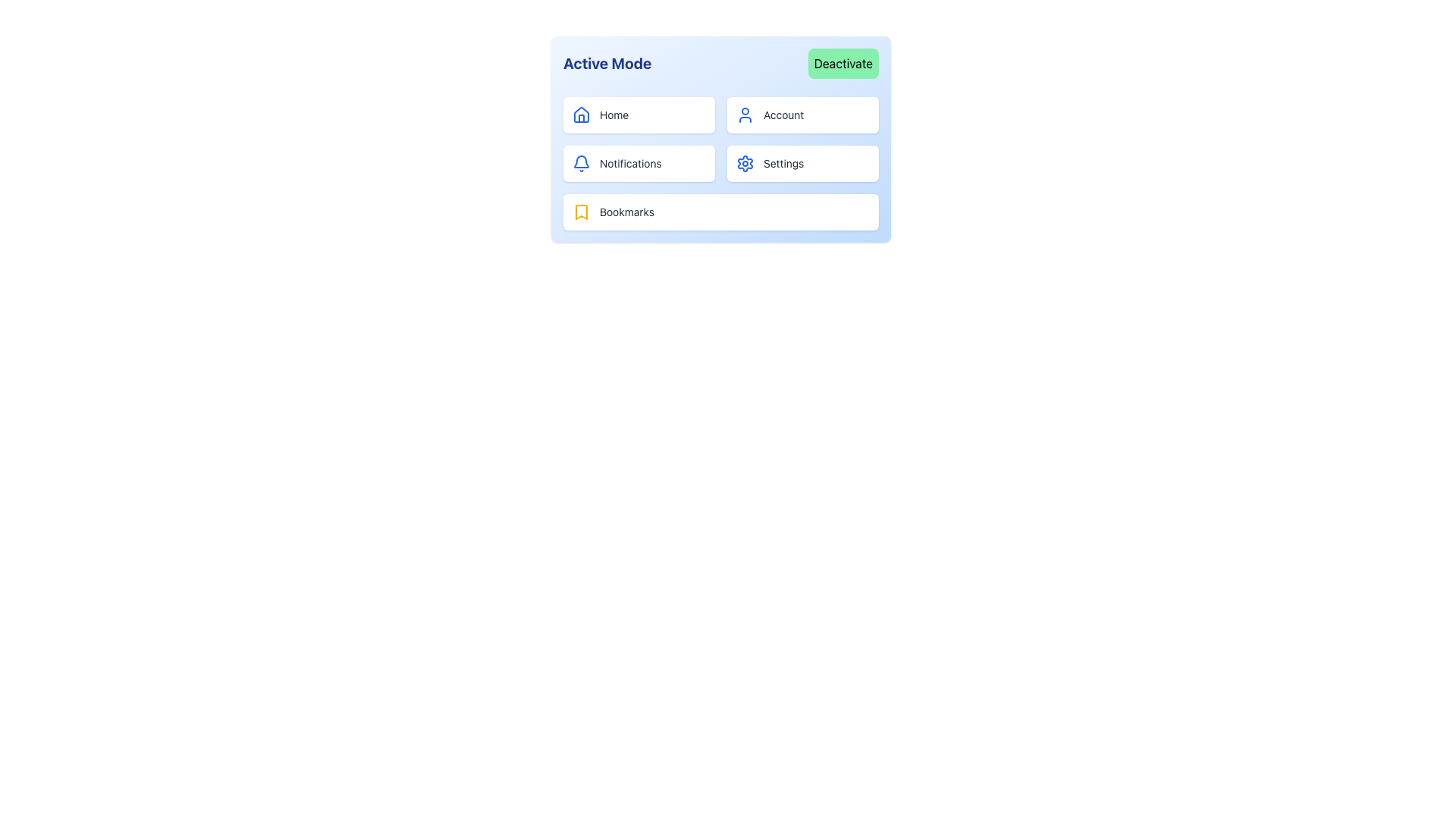 The height and width of the screenshot is (819, 1456). Describe the element at coordinates (630, 164) in the screenshot. I see `text label that contains the word 'Notifications', which is styled in a small font size and gray color, located adjacent to a bell icon` at that location.